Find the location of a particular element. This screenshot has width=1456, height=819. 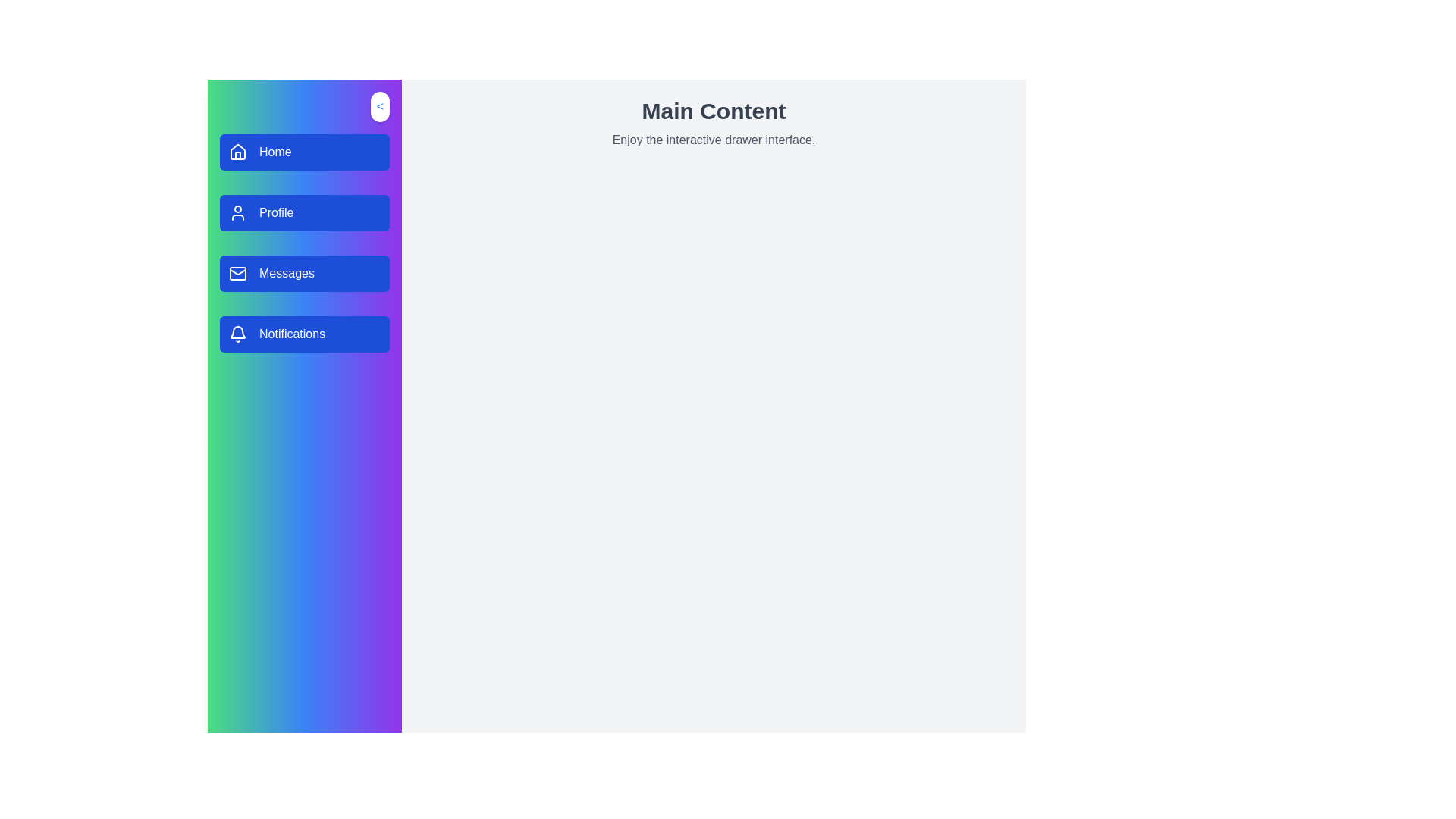

the user profile icon located on the second row of the sidebar menu, next to the text 'Profile' is located at coordinates (237, 213).